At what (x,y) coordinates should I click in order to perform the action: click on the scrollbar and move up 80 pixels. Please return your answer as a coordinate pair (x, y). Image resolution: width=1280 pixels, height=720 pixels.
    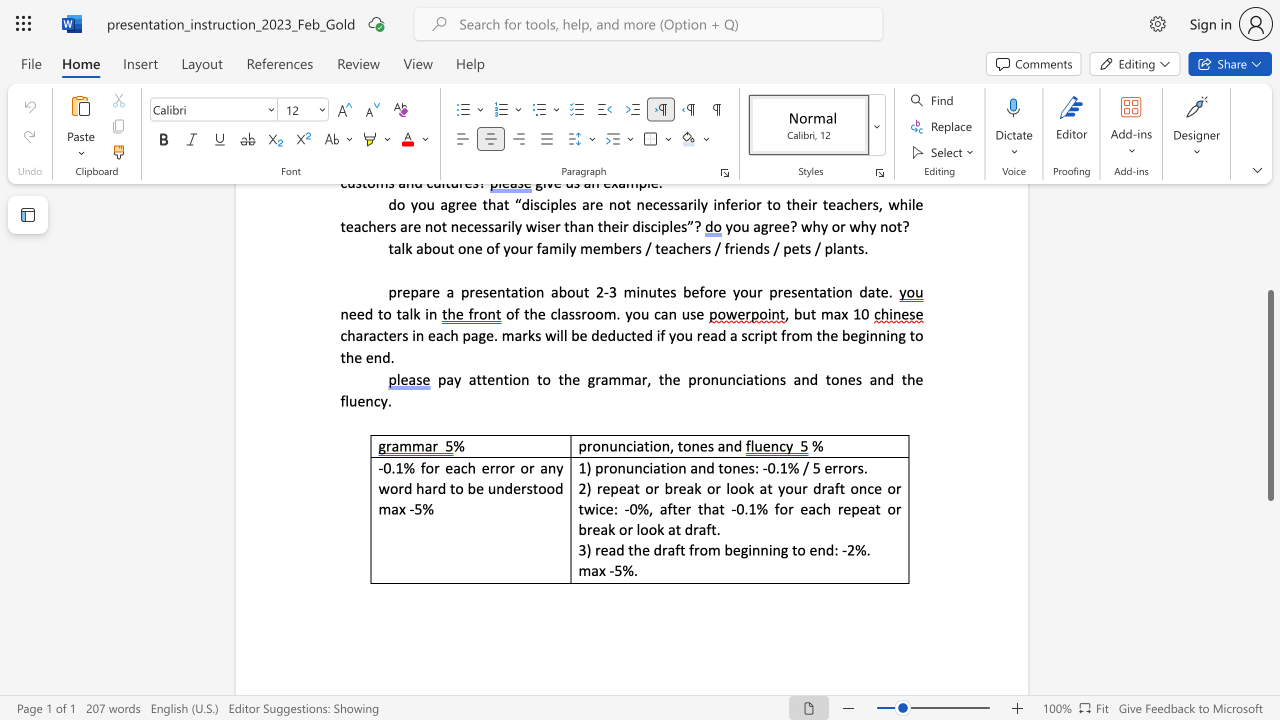
    Looking at the image, I should click on (1269, 395).